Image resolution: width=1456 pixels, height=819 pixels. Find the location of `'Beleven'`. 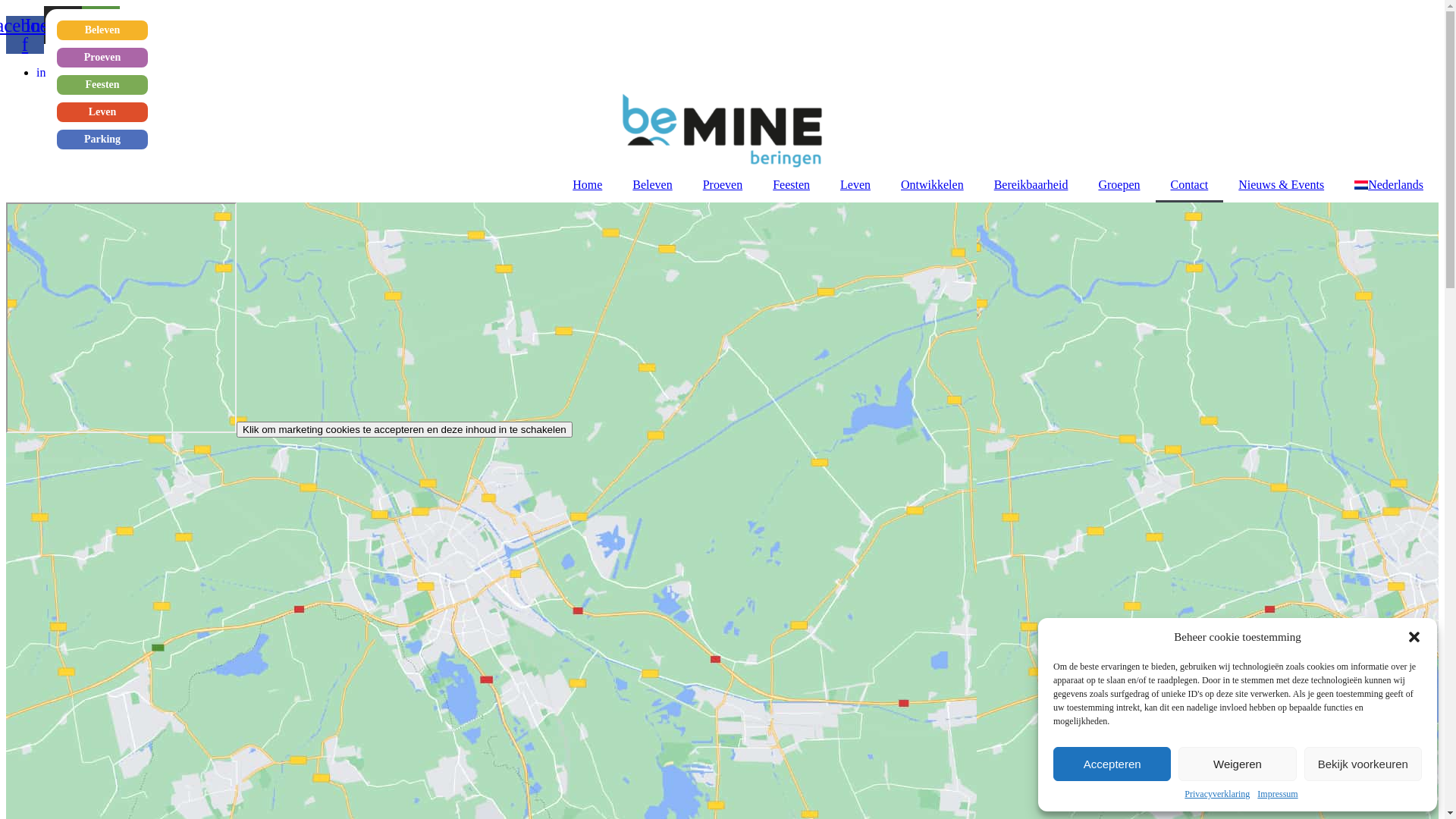

'Beleven' is located at coordinates (101, 30).